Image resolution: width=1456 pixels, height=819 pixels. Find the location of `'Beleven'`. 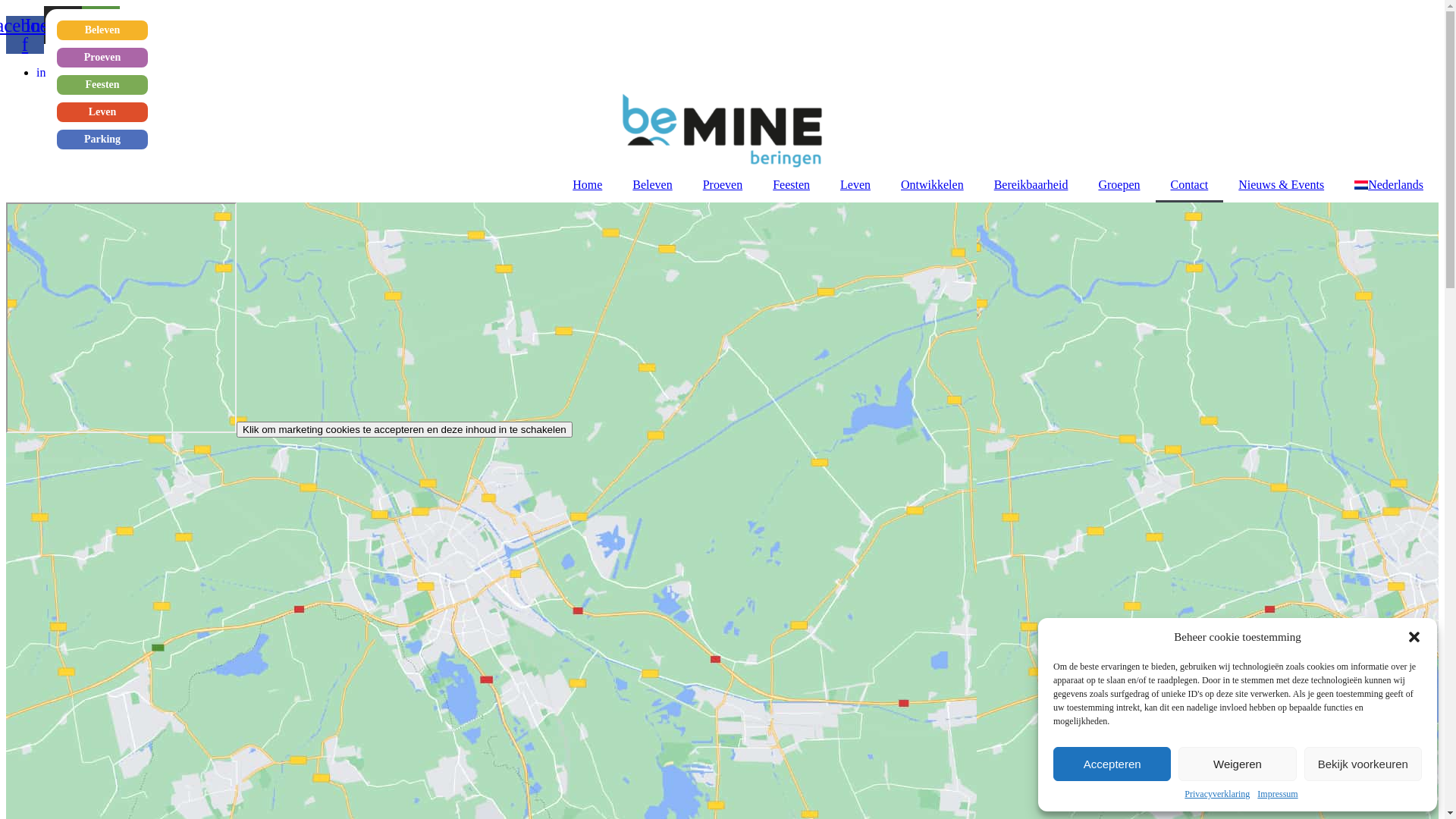

'Beleven' is located at coordinates (101, 30).